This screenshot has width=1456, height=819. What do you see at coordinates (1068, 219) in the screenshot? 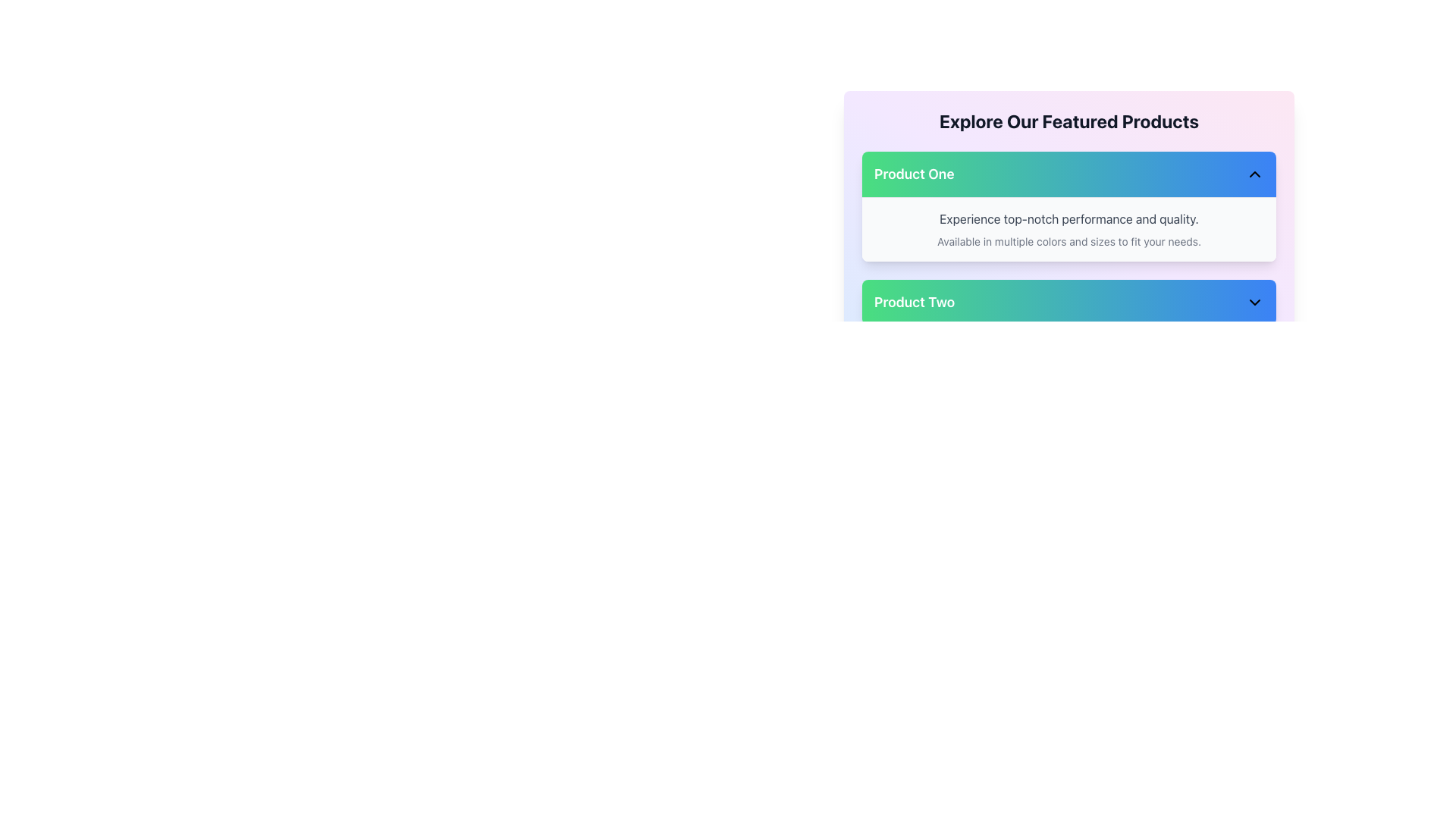
I see `description text 'Experience top-notch performance and quality.' located directly beneath the 'Product One' title` at bounding box center [1068, 219].